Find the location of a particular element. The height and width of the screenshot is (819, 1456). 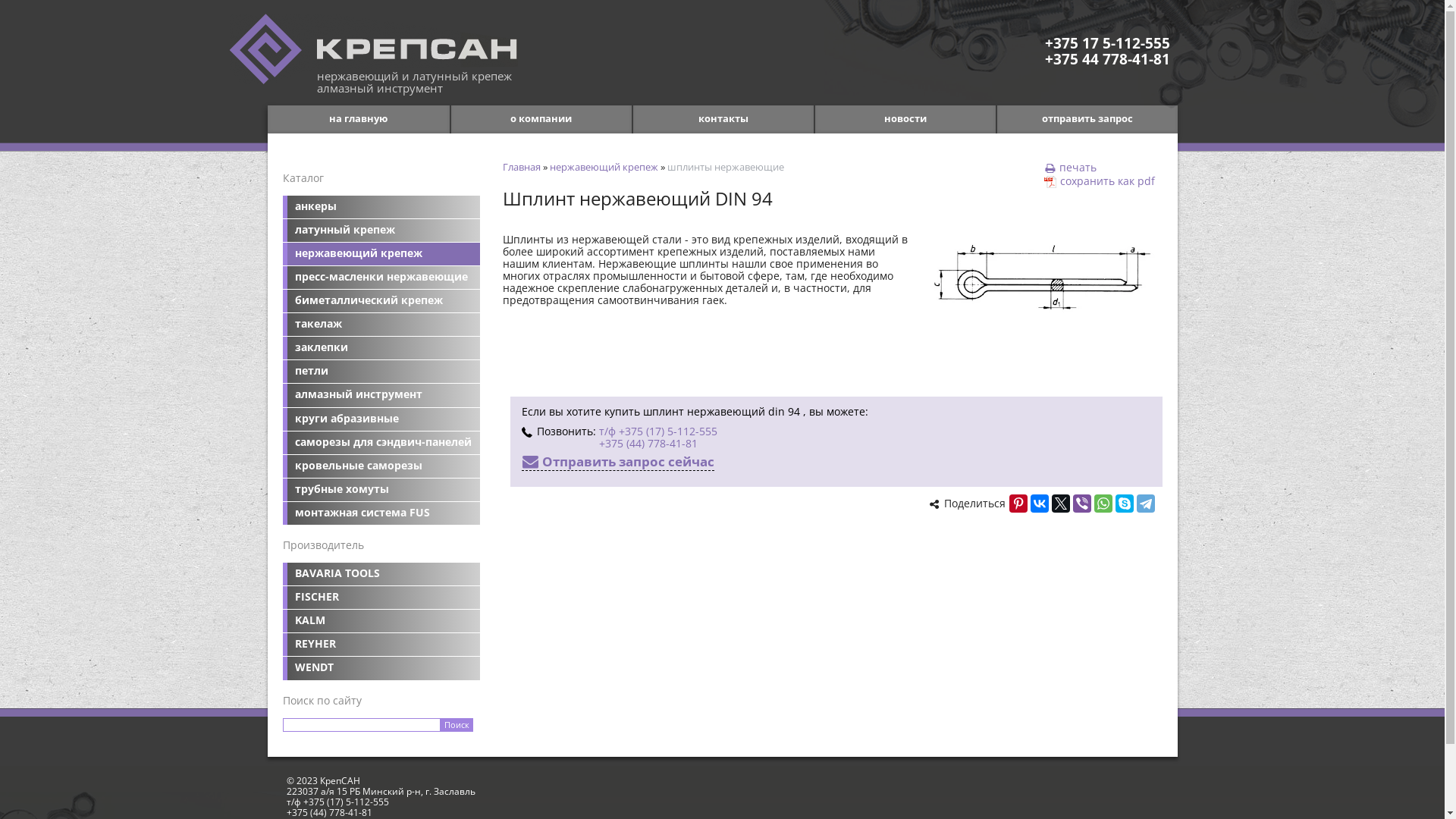

'Telegram' is located at coordinates (1145, 503).